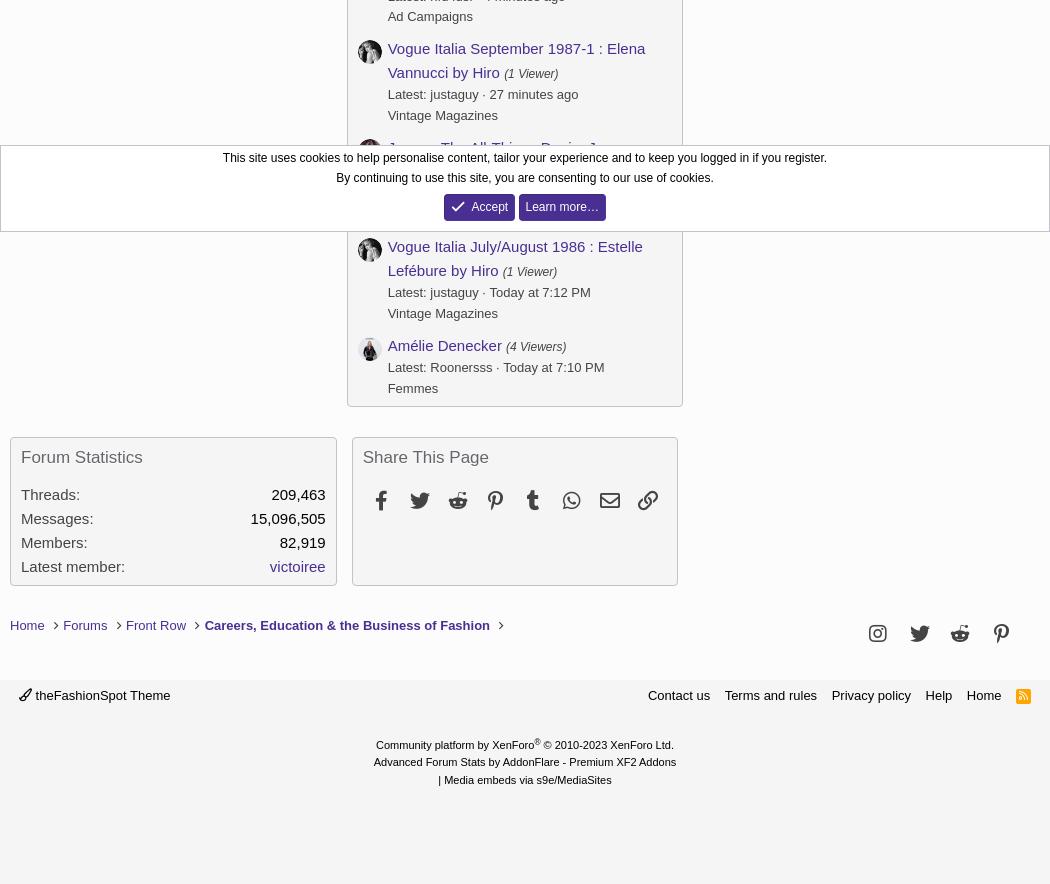 This screenshot has height=884, width=1050. Describe the element at coordinates (156, 624) in the screenshot. I see `'Front Row'` at that location.